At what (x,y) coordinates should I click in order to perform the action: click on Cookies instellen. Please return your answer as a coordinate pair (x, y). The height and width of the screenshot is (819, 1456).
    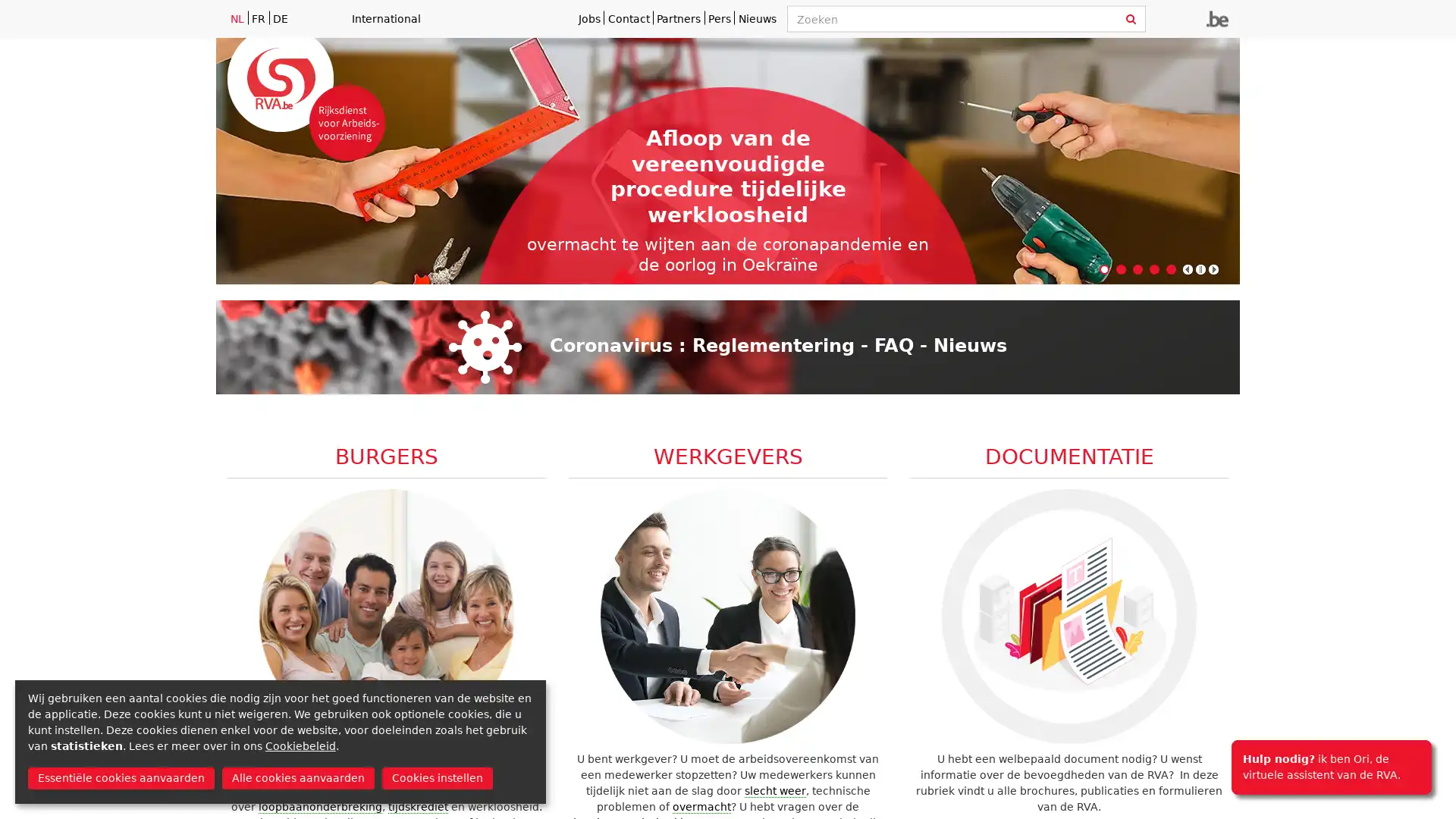
    Looking at the image, I should click on (436, 778).